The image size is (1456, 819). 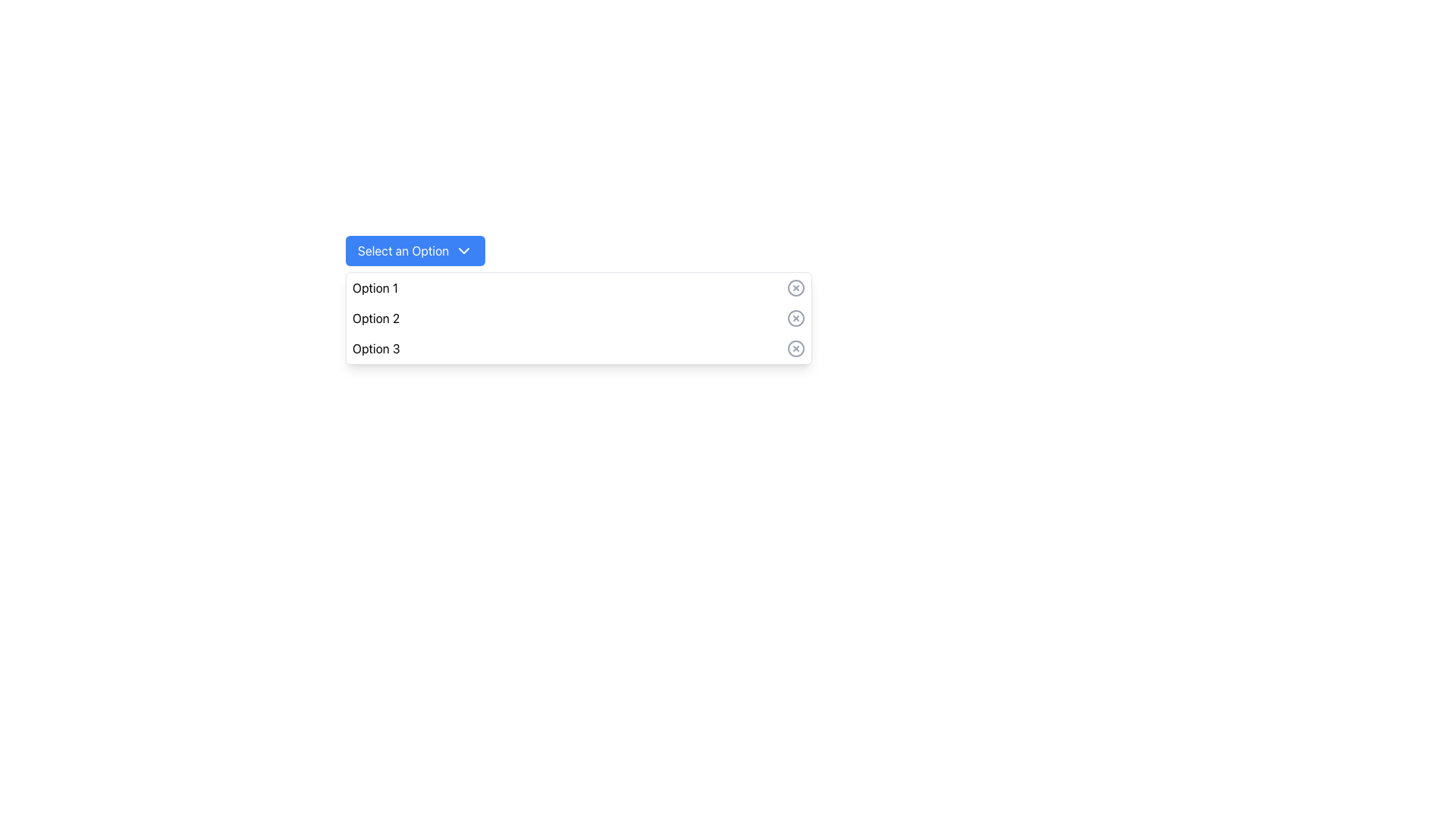 What do you see at coordinates (795, 348) in the screenshot?
I see `the Decorative SVG Circle, which serves as a visual representation within a dropdown menu, located at the far left of a list item` at bounding box center [795, 348].